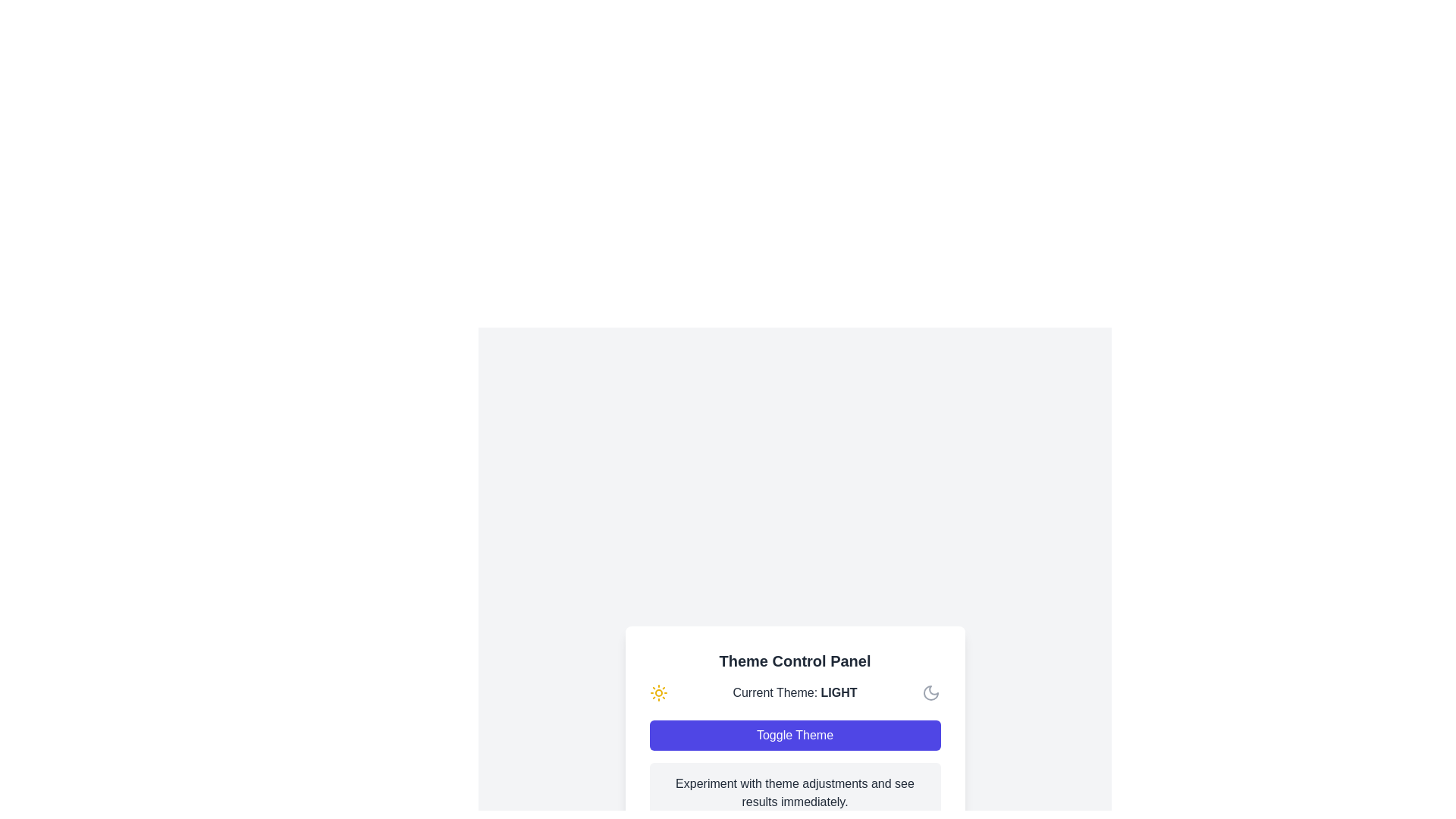 The image size is (1456, 819). What do you see at coordinates (794, 734) in the screenshot?
I see `the 'Toggle Theme' button, which is a rectangular button with a solid indigo background and white text` at bounding box center [794, 734].